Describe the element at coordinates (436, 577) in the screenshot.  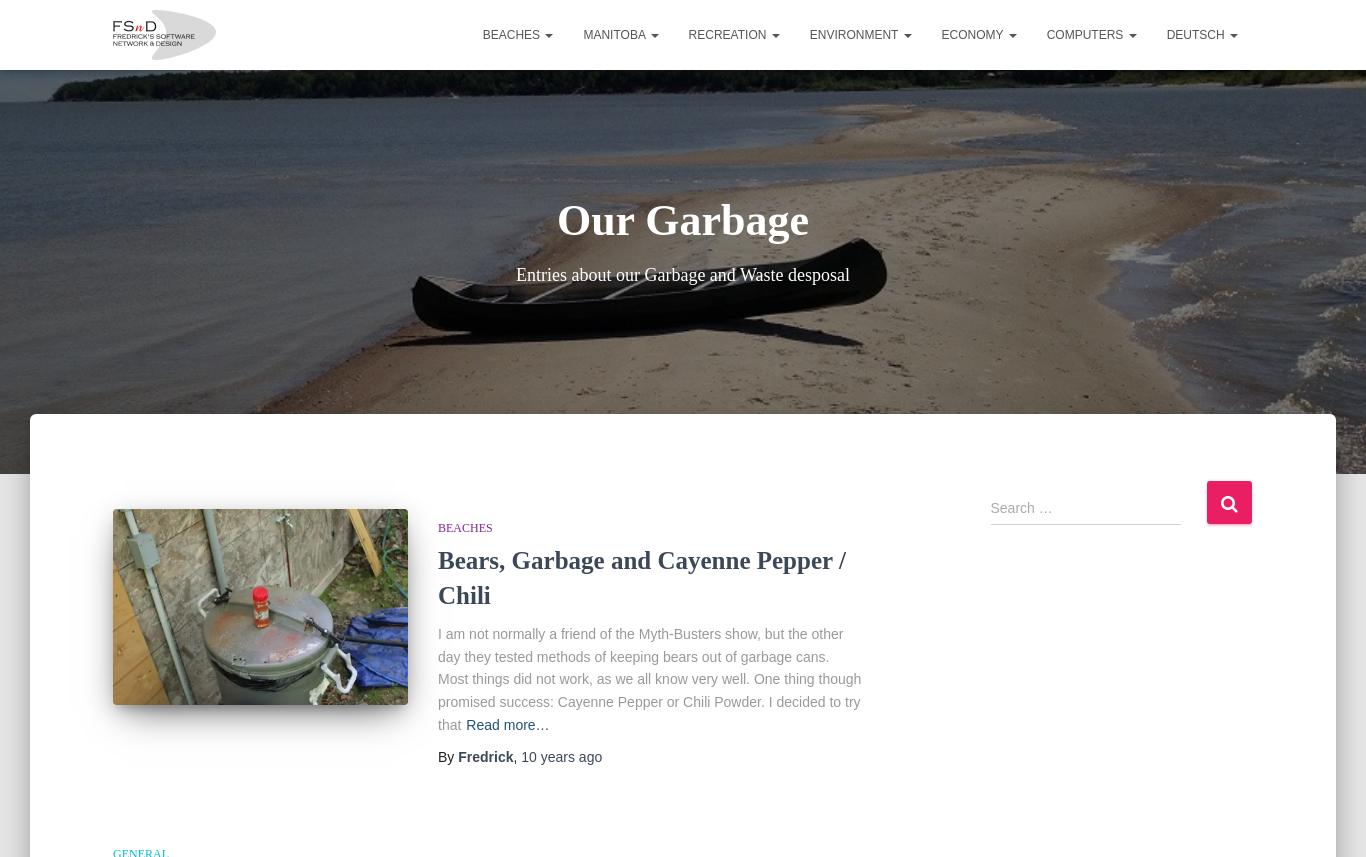
I see `'Bears, Garbage and Cayenne Pepper / Chili'` at that location.